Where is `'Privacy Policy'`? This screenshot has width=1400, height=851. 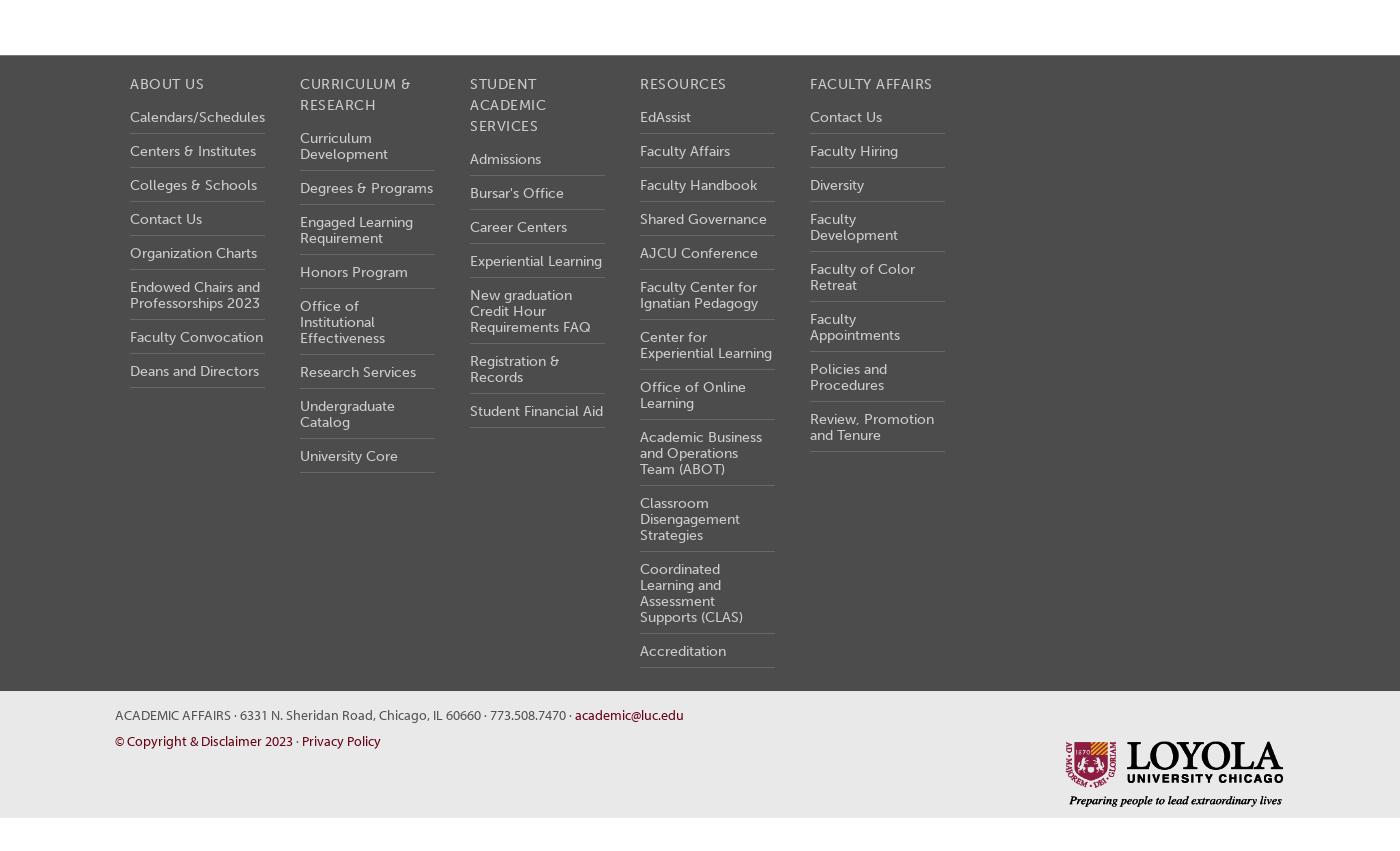
'Privacy Policy' is located at coordinates (301, 740).